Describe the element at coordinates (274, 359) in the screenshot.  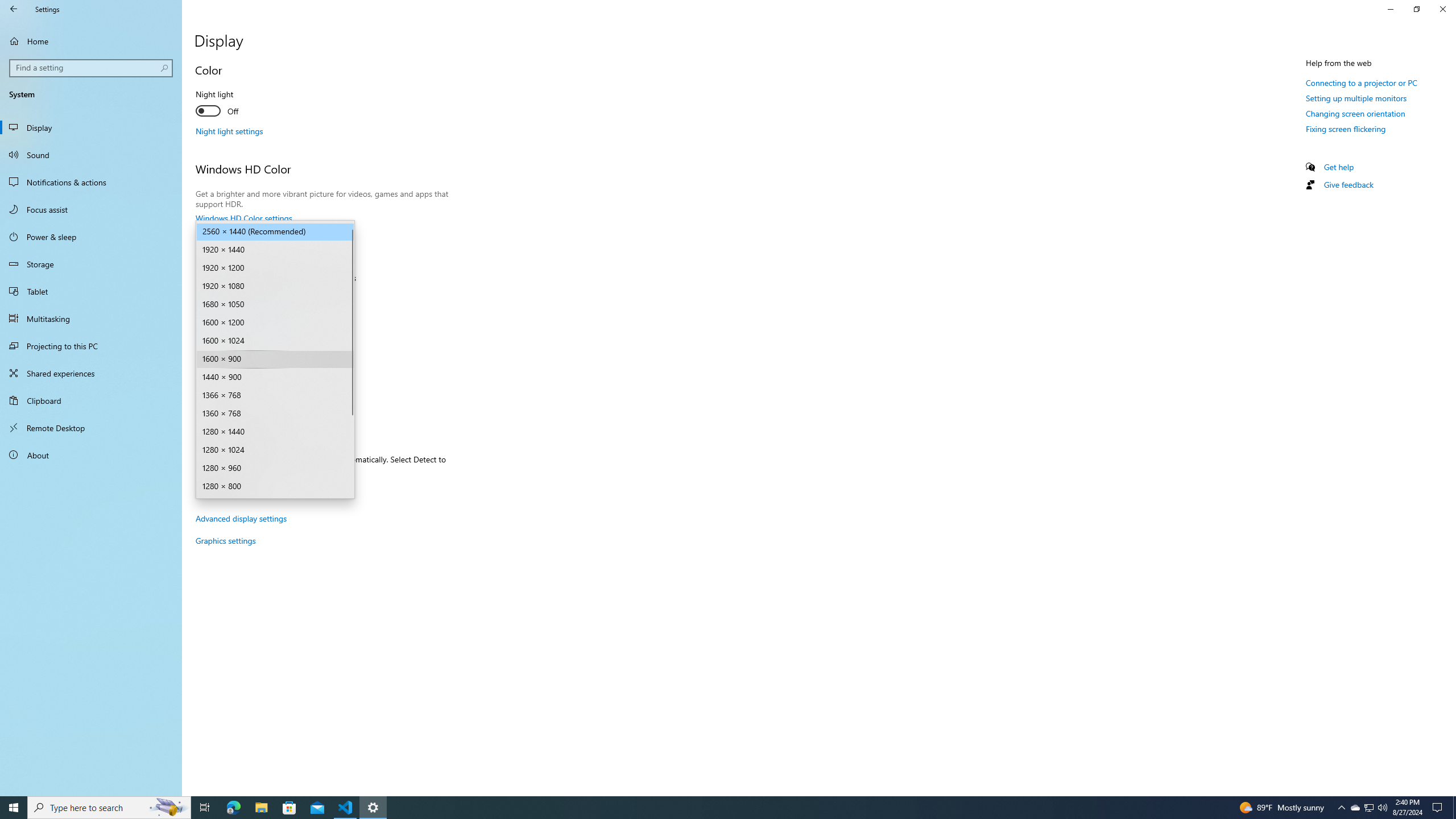
I see `'Display resolution'` at that location.